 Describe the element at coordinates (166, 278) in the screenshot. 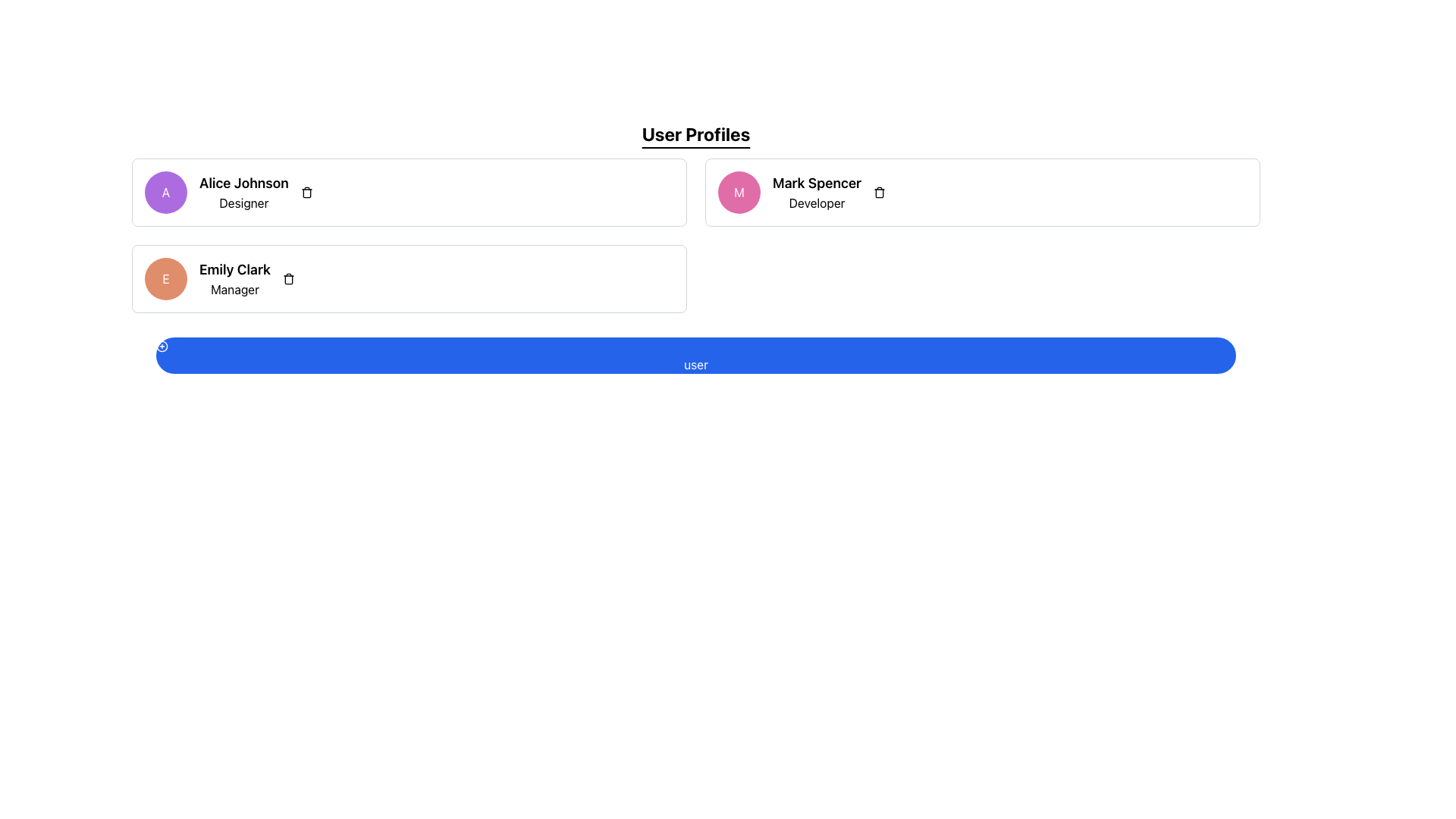

I see `the Avatar circular component displaying the character 'E' with a muted orange background, located to the left of Emily Clark's name and role` at that location.